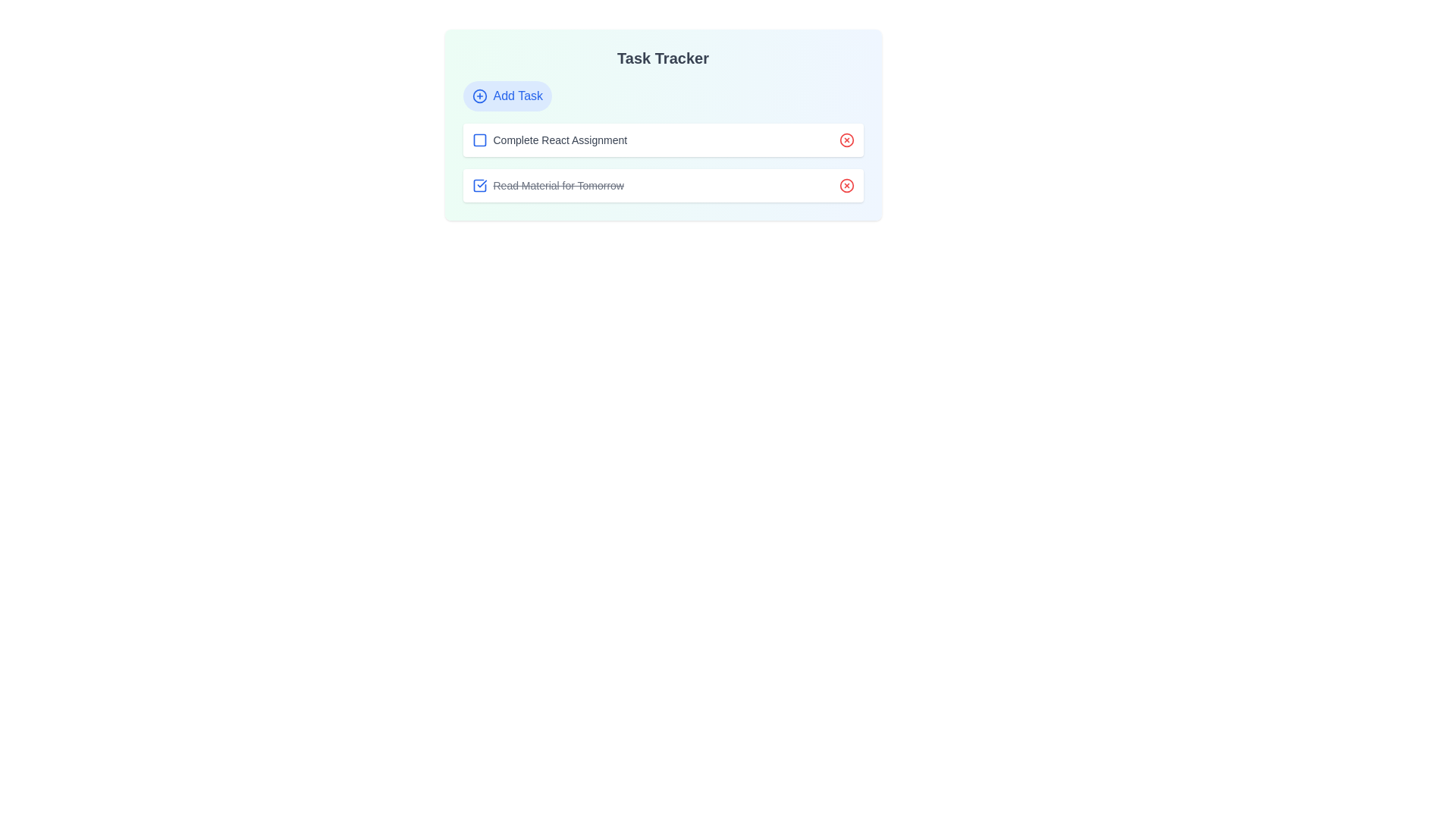 This screenshot has height=819, width=1456. I want to click on the delete button of the task with description 'Complete React Assignment', so click(846, 140).